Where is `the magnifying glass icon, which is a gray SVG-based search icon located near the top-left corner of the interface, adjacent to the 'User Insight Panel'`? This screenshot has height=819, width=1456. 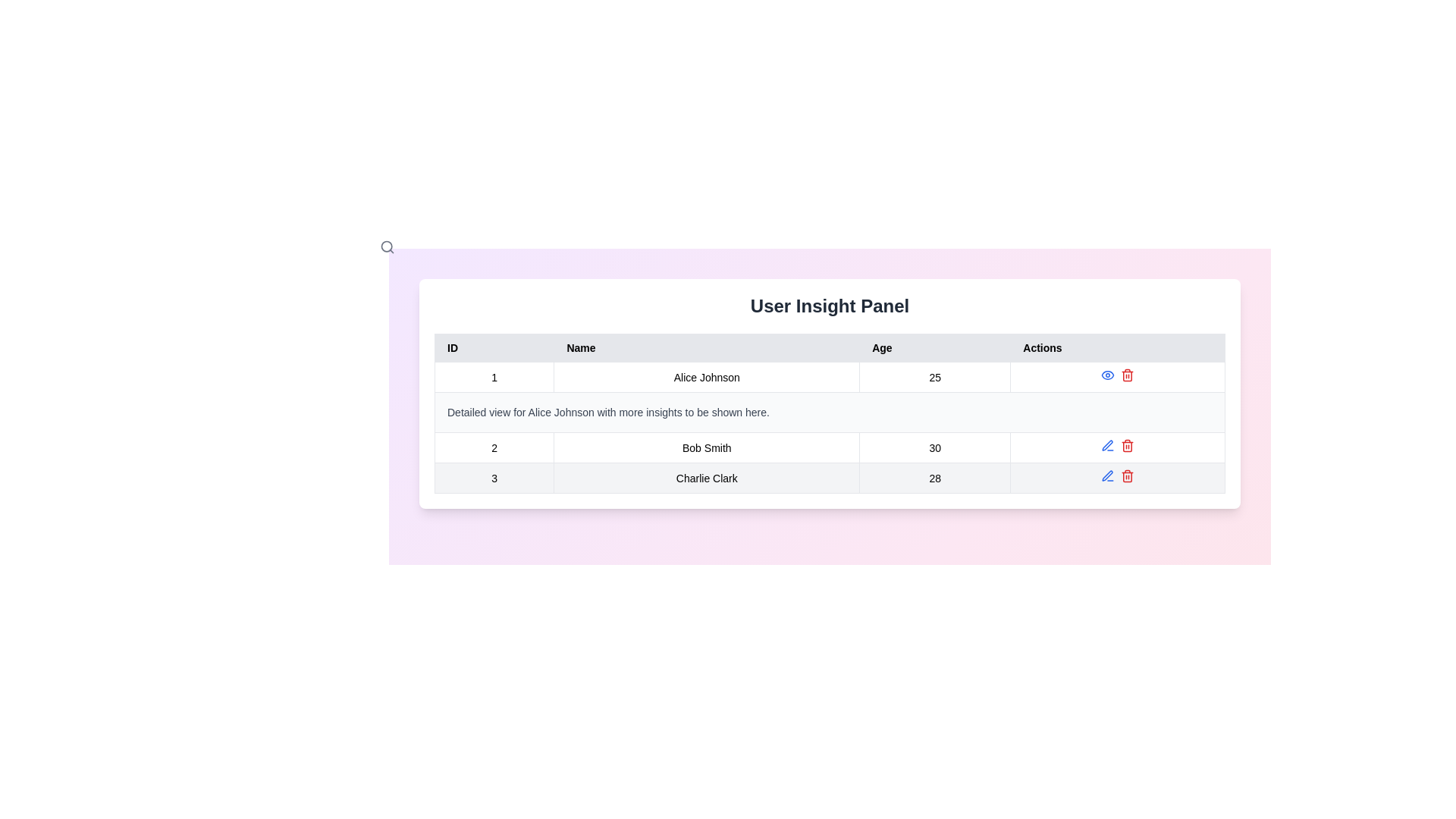 the magnifying glass icon, which is a gray SVG-based search icon located near the top-left corner of the interface, adjacent to the 'User Insight Panel' is located at coordinates (387, 246).